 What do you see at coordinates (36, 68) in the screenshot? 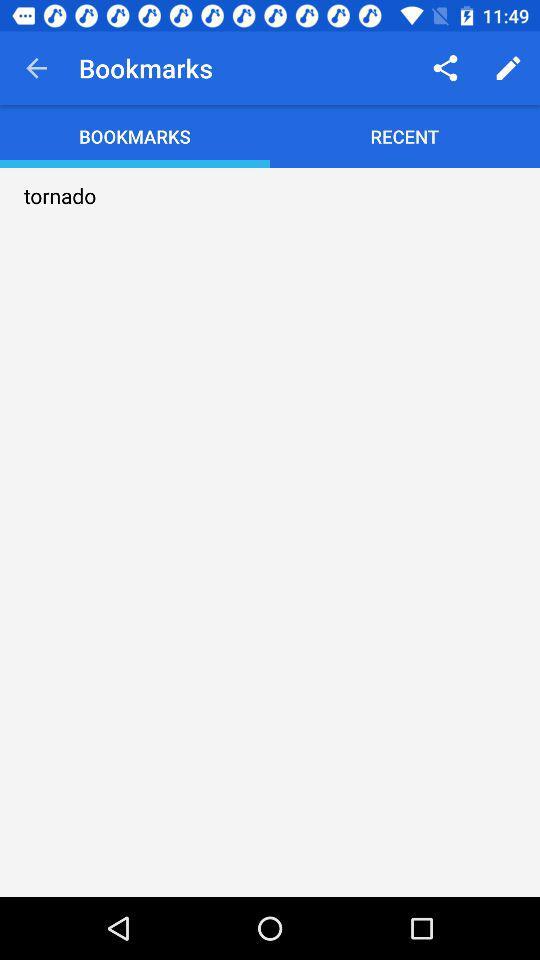
I see `the item above the tornado` at bounding box center [36, 68].